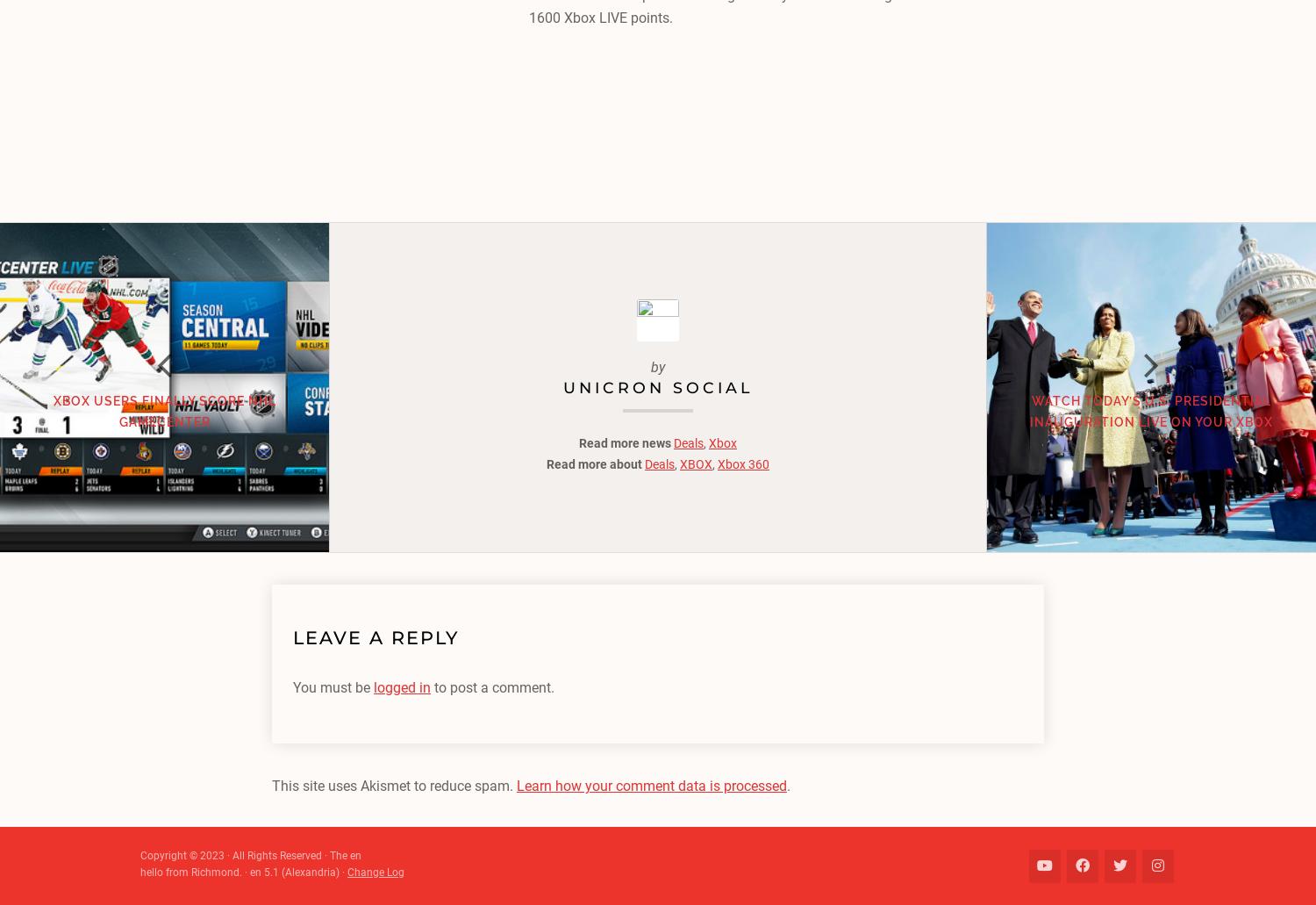  I want to click on 'Read more news', so click(579, 443).